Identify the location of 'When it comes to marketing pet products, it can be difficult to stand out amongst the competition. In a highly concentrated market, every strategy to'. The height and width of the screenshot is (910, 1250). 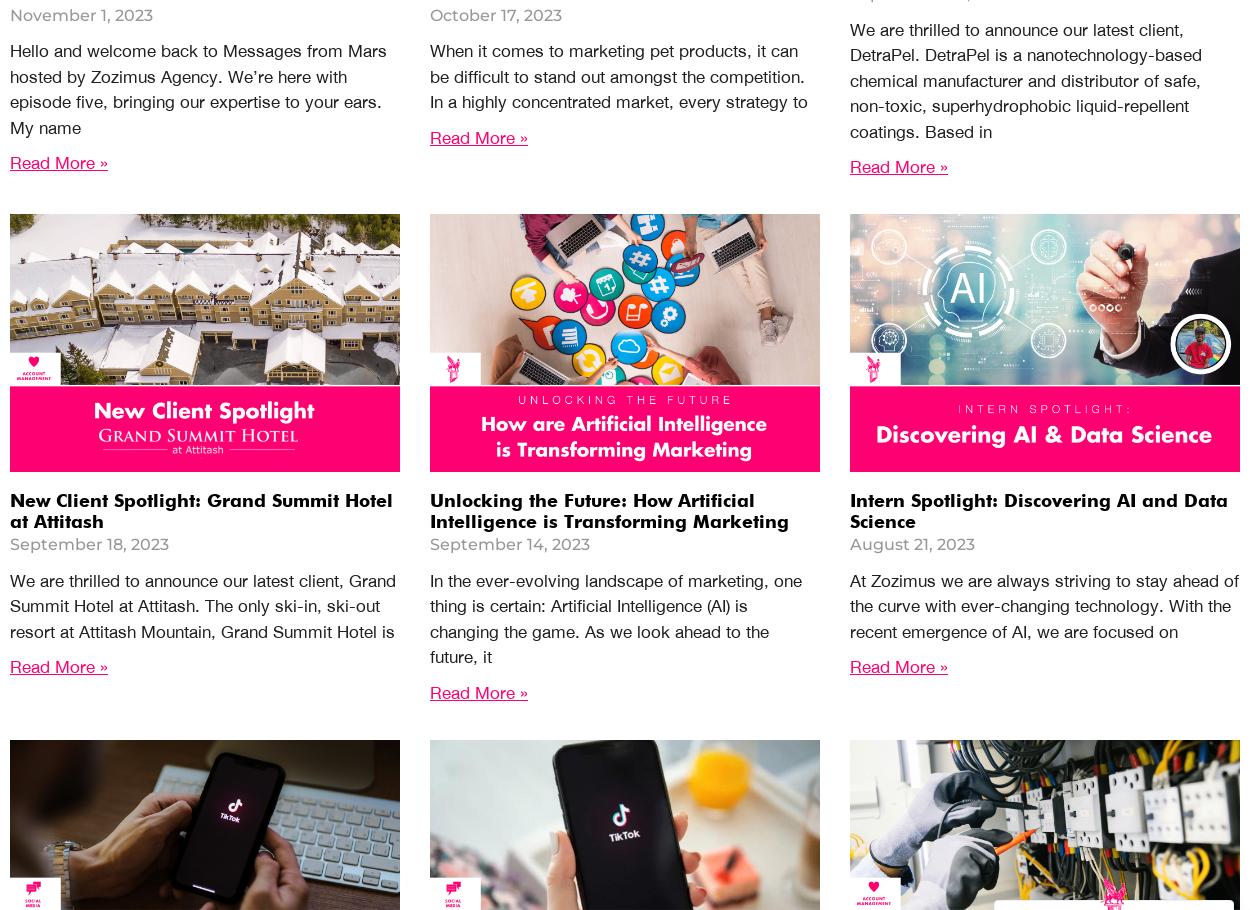
(618, 75).